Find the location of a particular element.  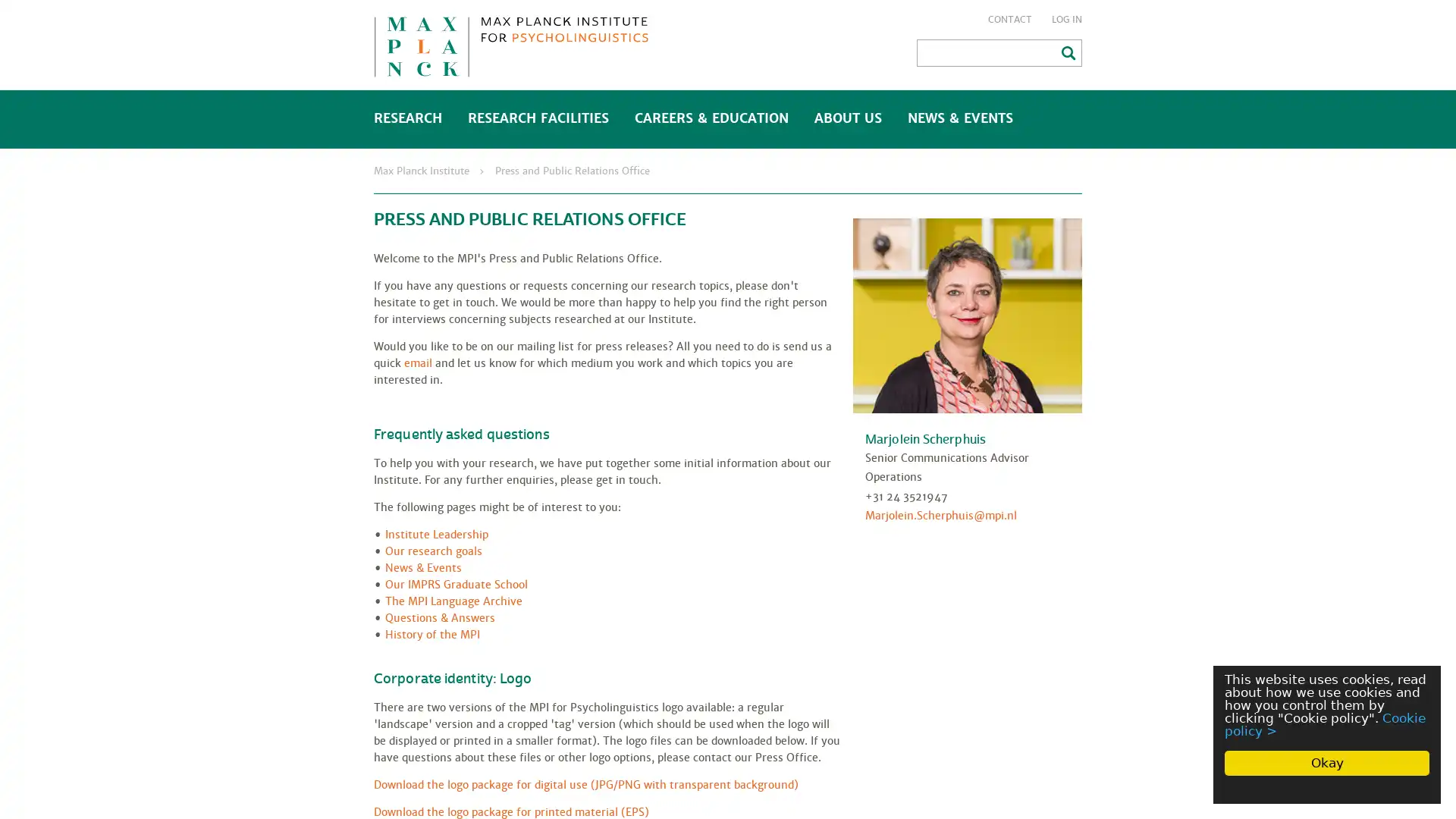

Search is located at coordinates (1065, 52).